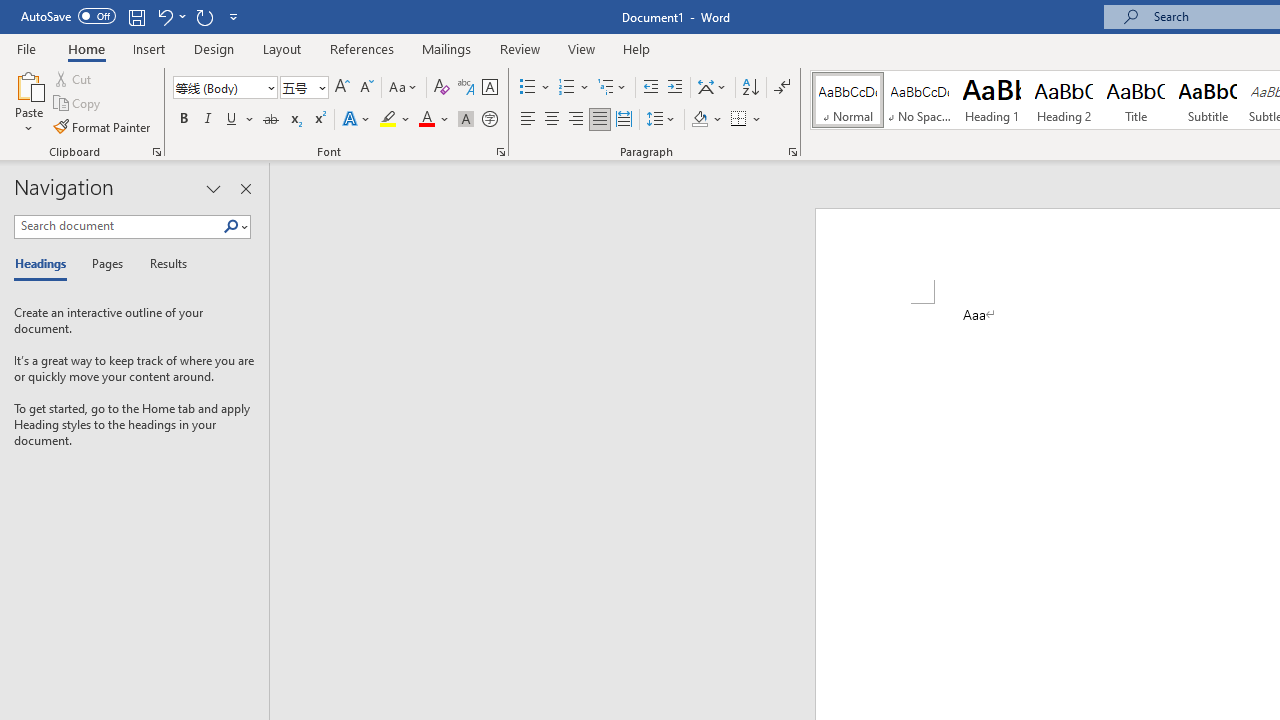 The height and width of the screenshot is (720, 1280). What do you see at coordinates (425, 119) in the screenshot?
I see `'Font Color Red'` at bounding box center [425, 119].